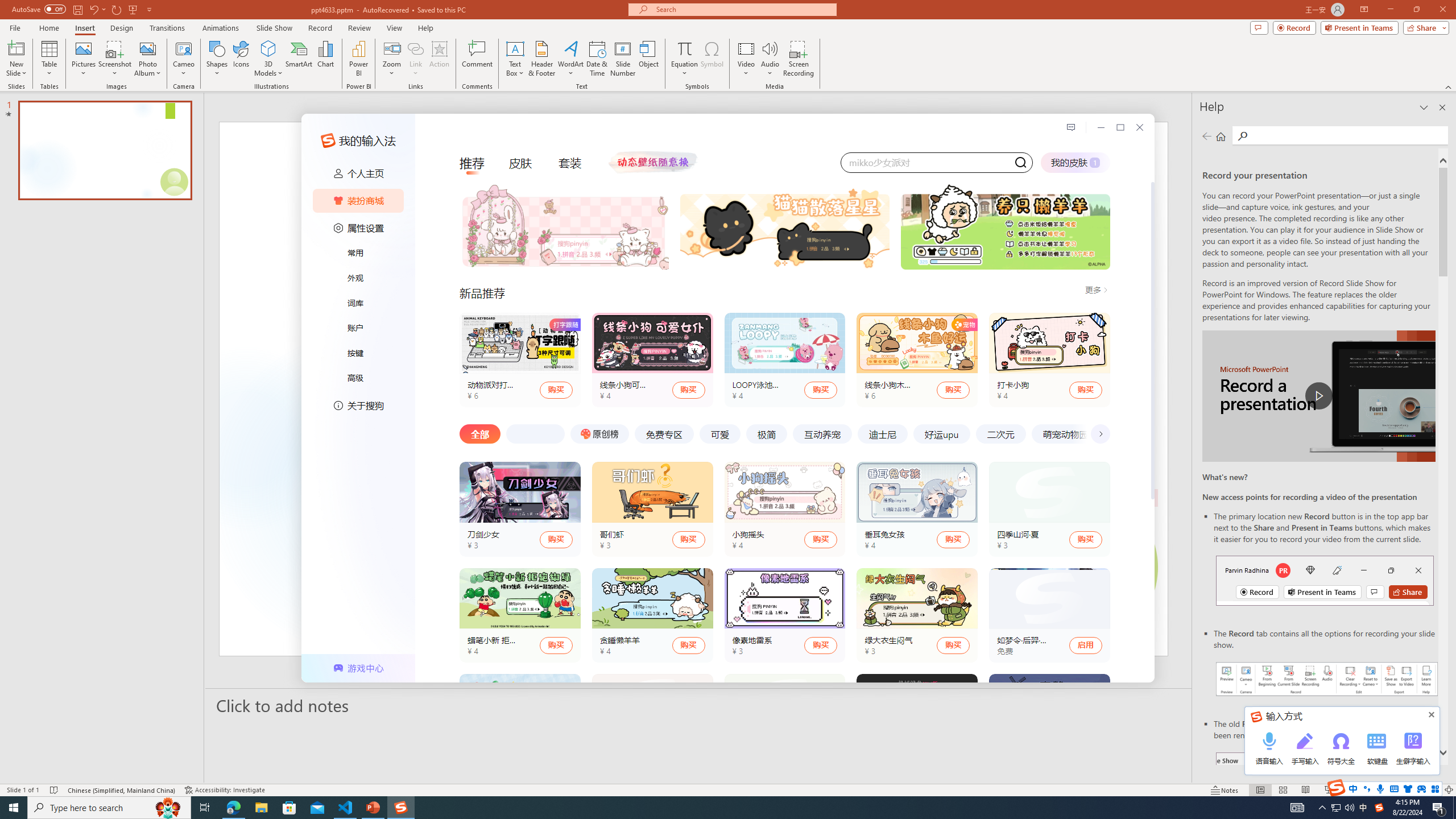  Describe the element at coordinates (798, 59) in the screenshot. I see `'Screen Recording...'` at that location.